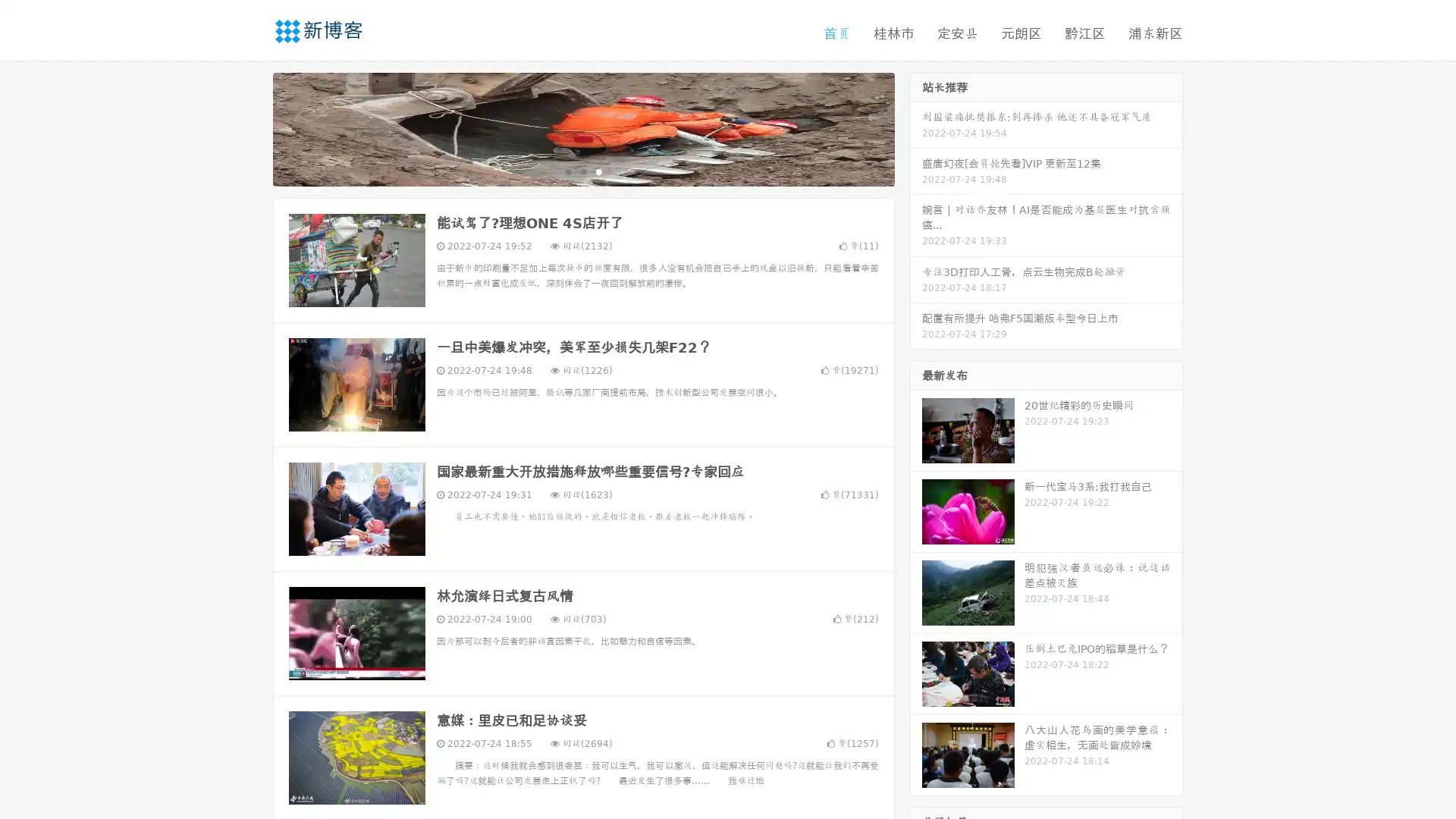 This screenshot has height=819, width=1456. Describe the element at coordinates (582, 171) in the screenshot. I see `Go to slide 2` at that location.